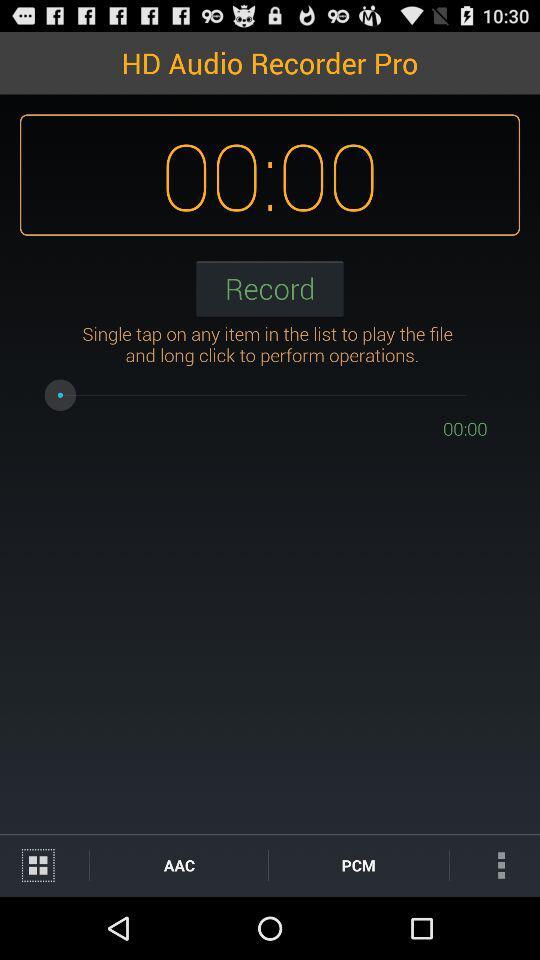  I want to click on aac, so click(179, 864).